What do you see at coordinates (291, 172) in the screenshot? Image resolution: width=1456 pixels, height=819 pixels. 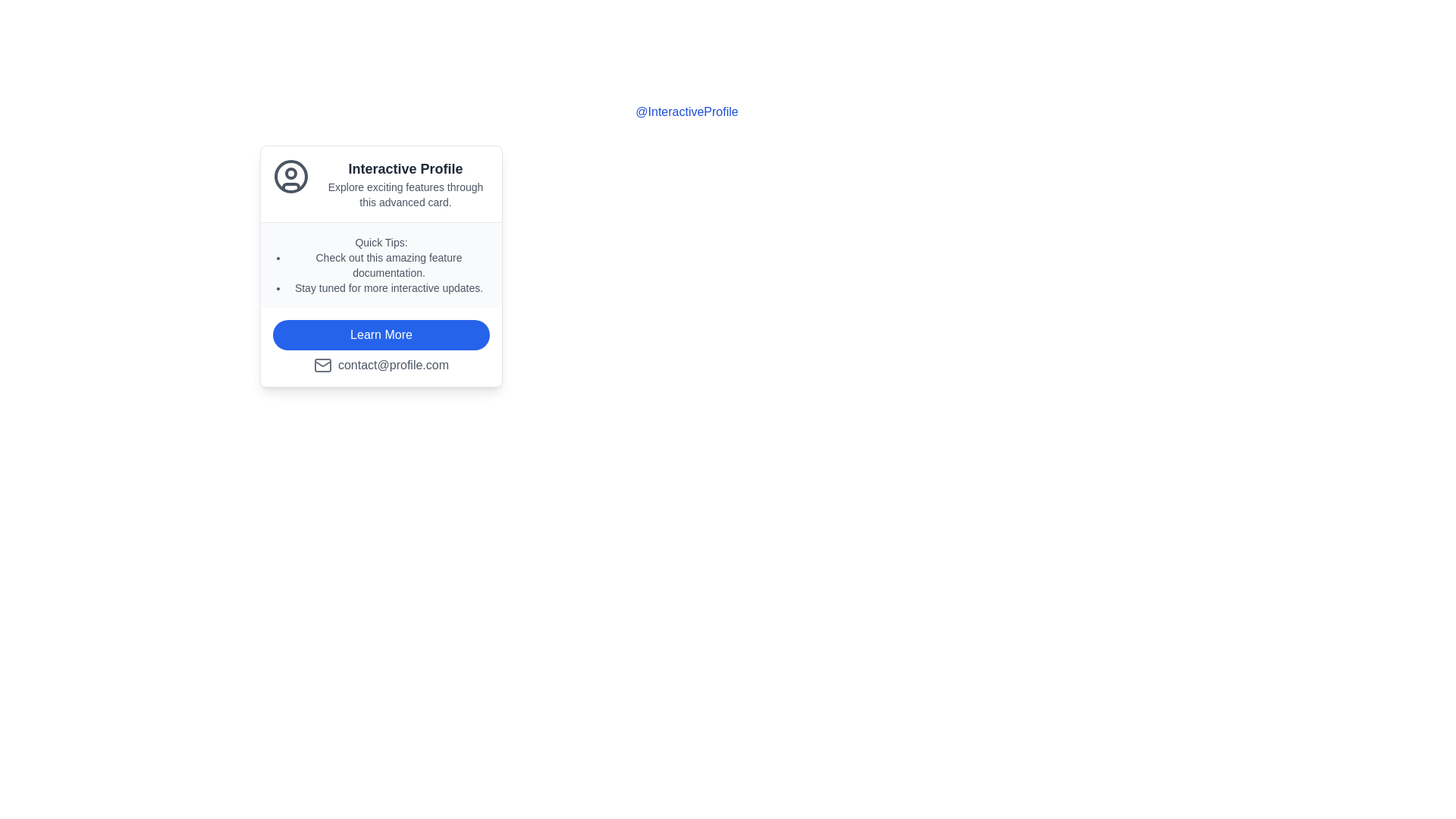 I see `the small circular component within the user profile icon located in the top-left corner of the card` at bounding box center [291, 172].